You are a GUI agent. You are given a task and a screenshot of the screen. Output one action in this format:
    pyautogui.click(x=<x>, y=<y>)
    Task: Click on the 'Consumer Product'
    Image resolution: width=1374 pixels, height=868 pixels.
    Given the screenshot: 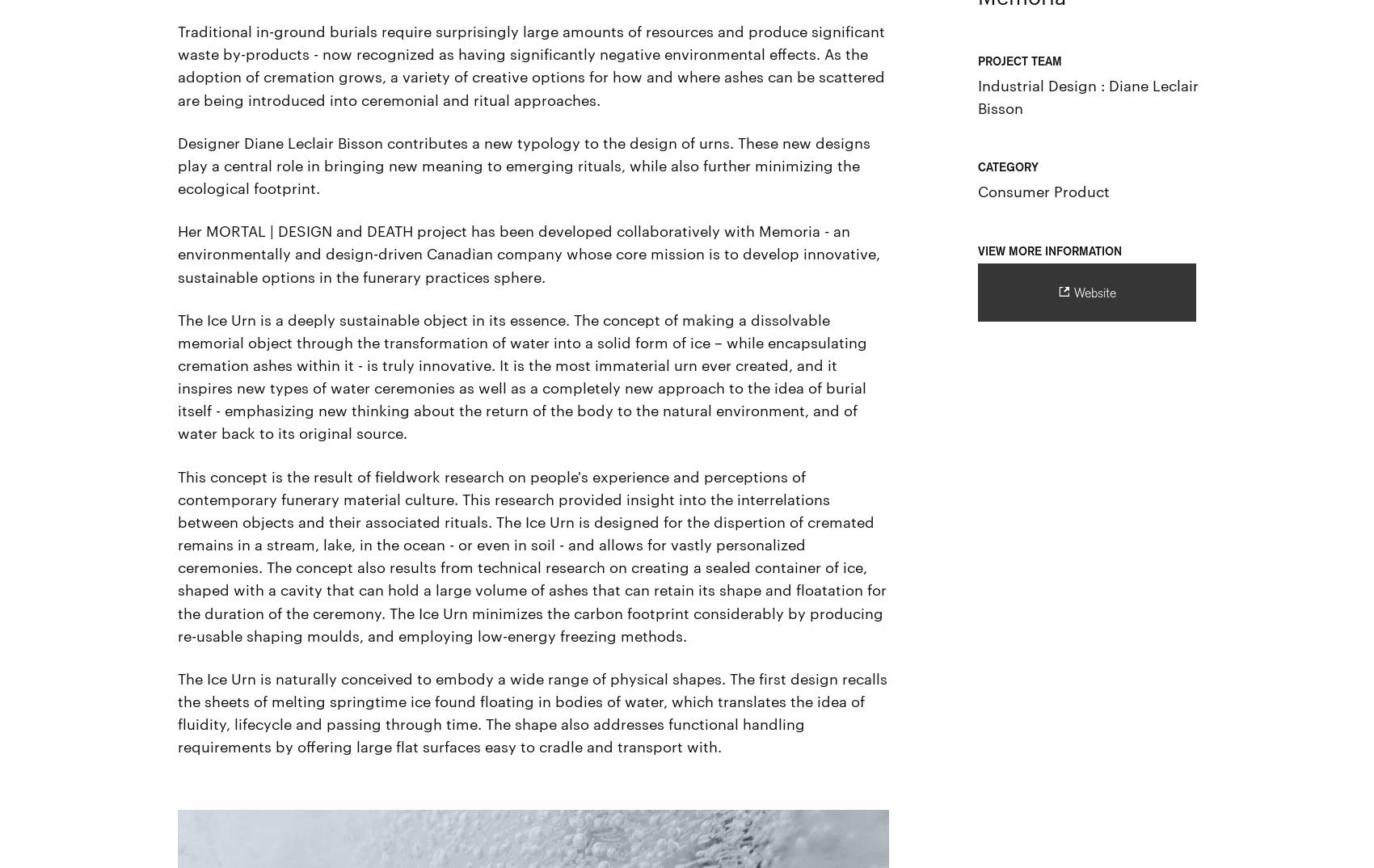 What is the action you would take?
    pyautogui.click(x=1043, y=189)
    